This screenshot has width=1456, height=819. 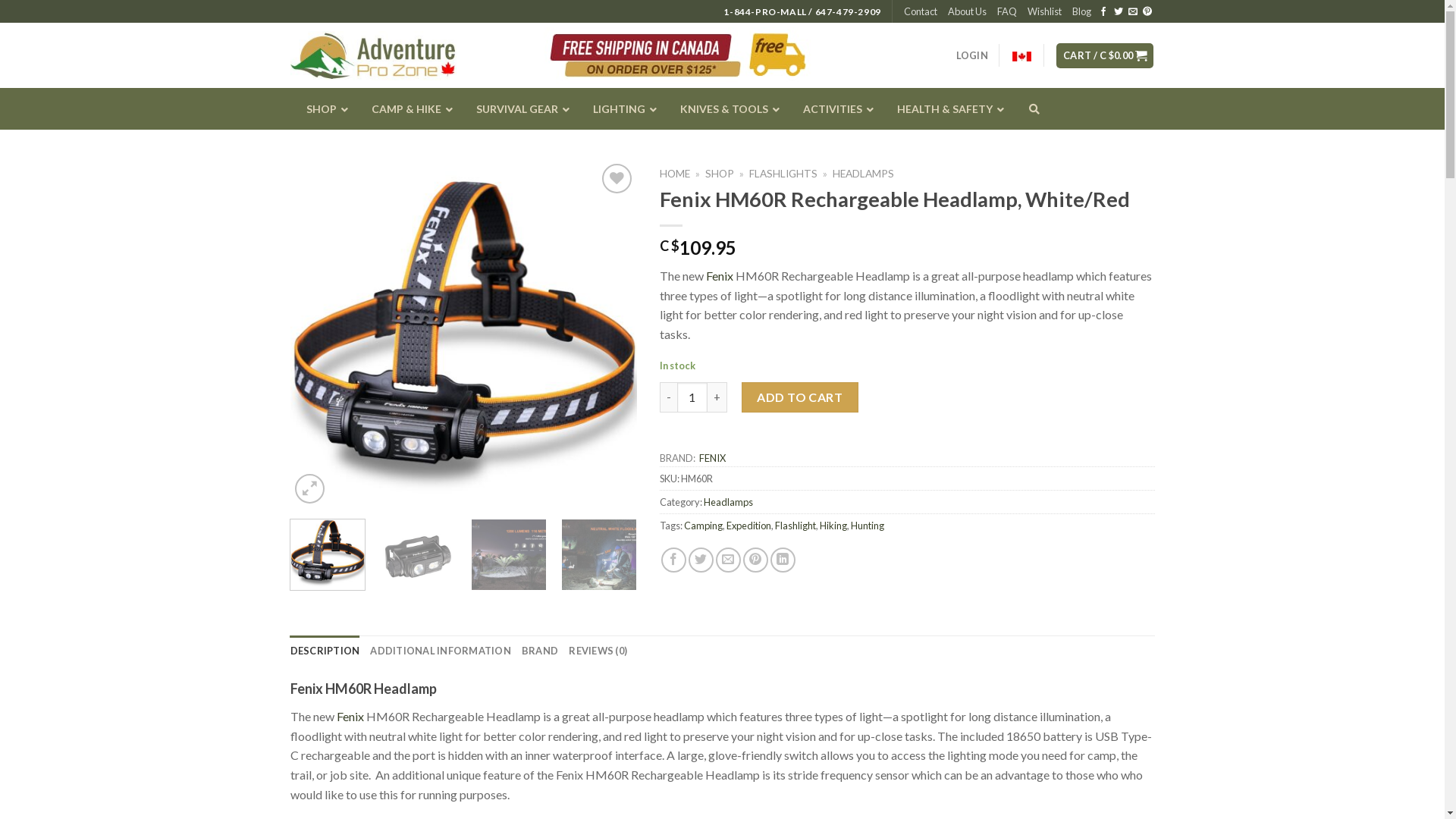 What do you see at coordinates (349, 716) in the screenshot?
I see `'Fenix'` at bounding box center [349, 716].